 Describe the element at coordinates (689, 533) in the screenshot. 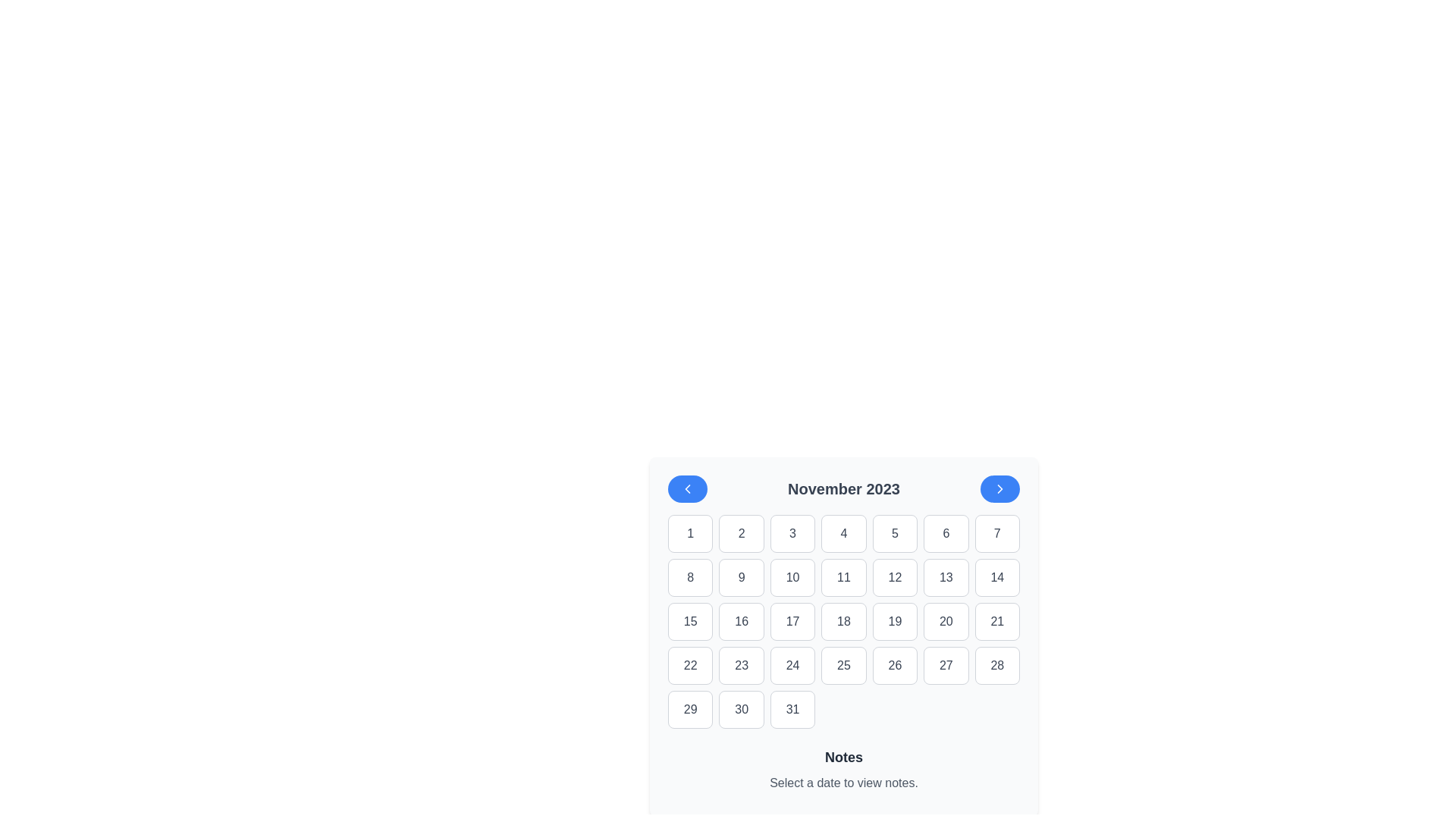

I see `the first button in the calendar grid layout` at that location.